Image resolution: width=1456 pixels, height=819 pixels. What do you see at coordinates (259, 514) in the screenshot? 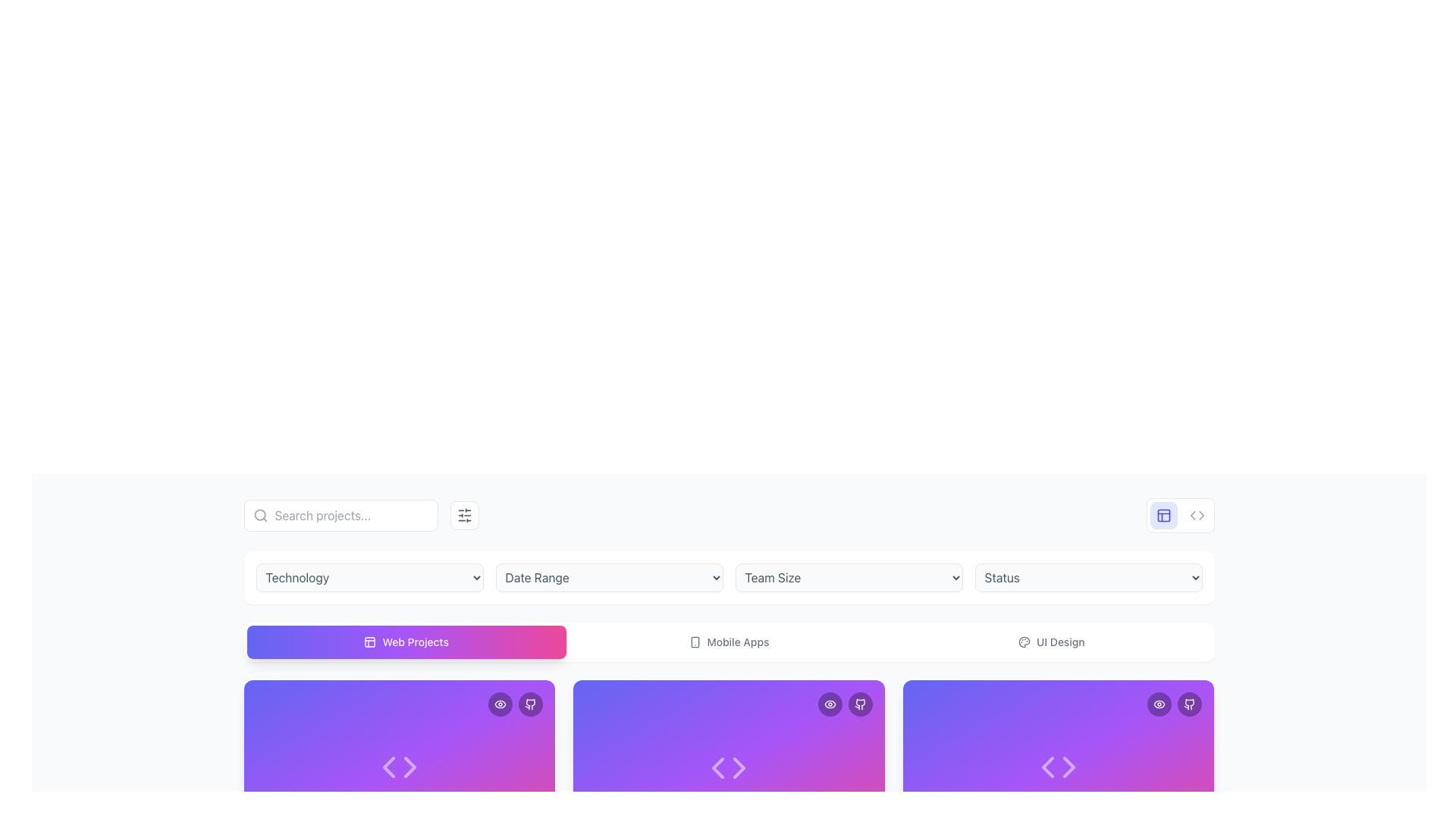
I see `the circular element representing the lens of the search icon located at the left side of the search input bar` at bounding box center [259, 514].